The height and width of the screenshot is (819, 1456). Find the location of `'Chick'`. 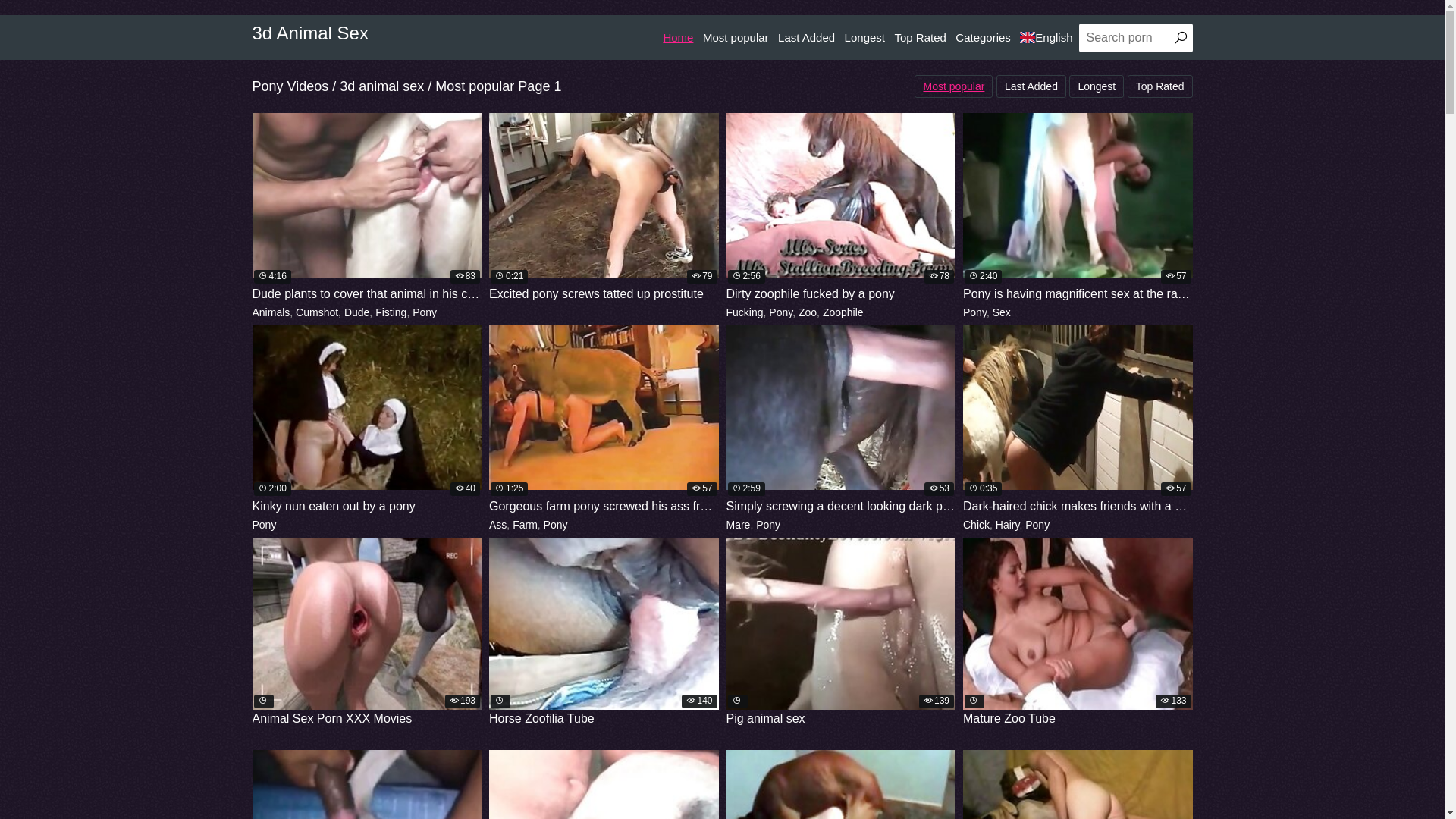

'Chick' is located at coordinates (976, 523).